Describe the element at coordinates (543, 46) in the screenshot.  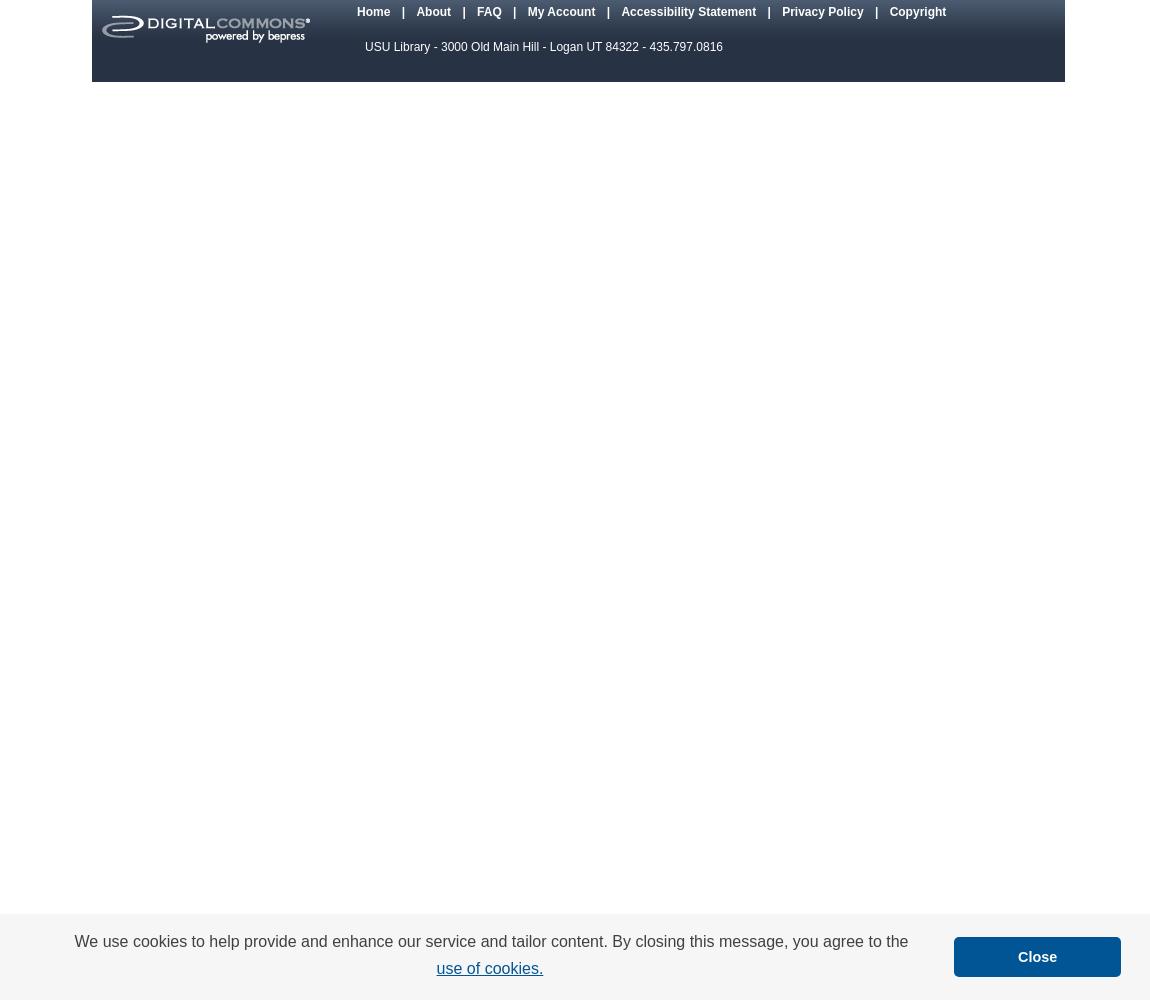
I see `'USU Library - 3000 Old Main Hill - Logan UT 84322 - 435.797.0816'` at that location.